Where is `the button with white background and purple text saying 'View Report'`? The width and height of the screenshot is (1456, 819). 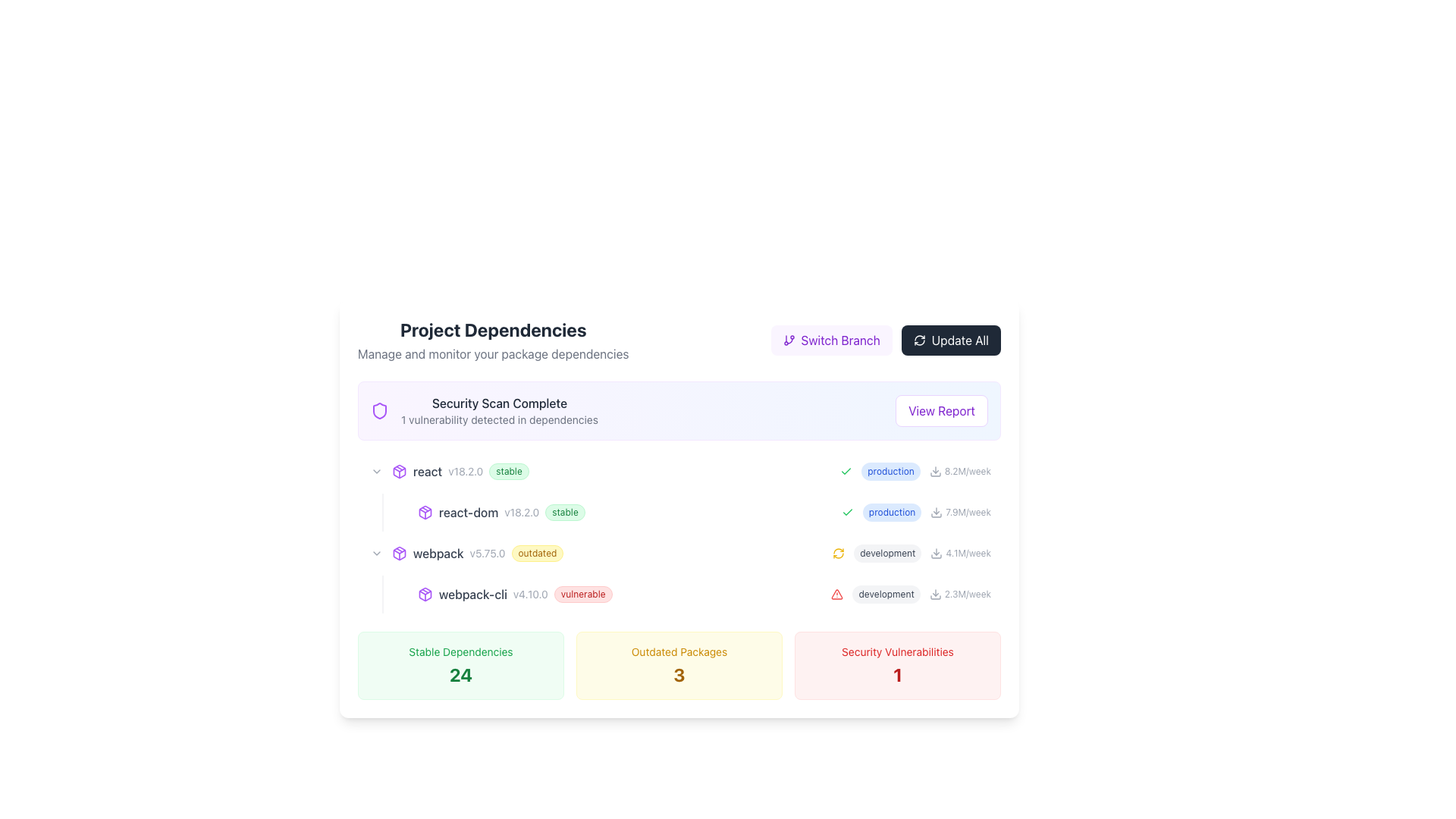 the button with white background and purple text saying 'View Report' is located at coordinates (941, 411).